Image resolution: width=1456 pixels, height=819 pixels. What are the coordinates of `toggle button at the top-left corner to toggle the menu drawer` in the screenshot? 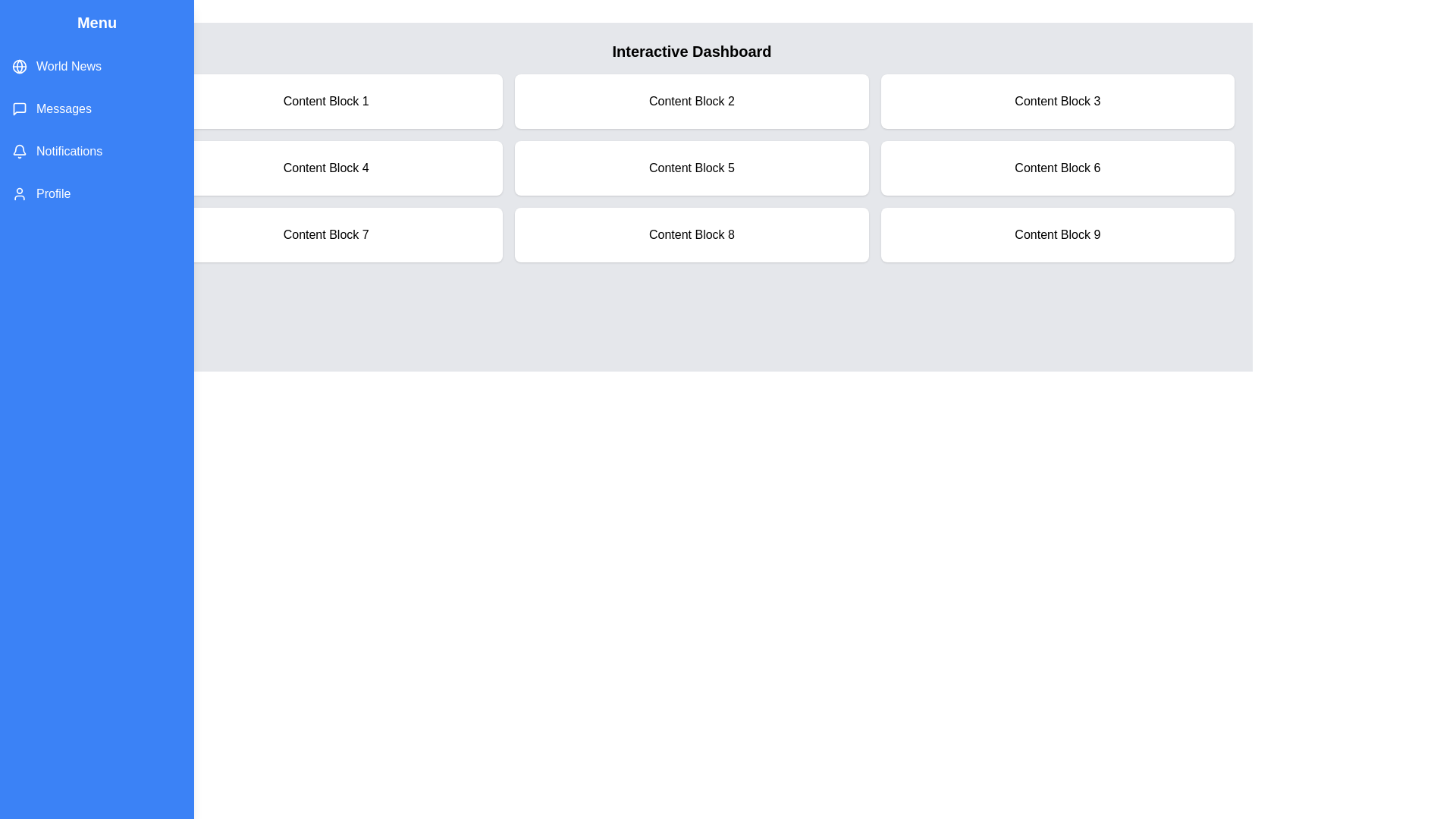 It's located at (33, 33).